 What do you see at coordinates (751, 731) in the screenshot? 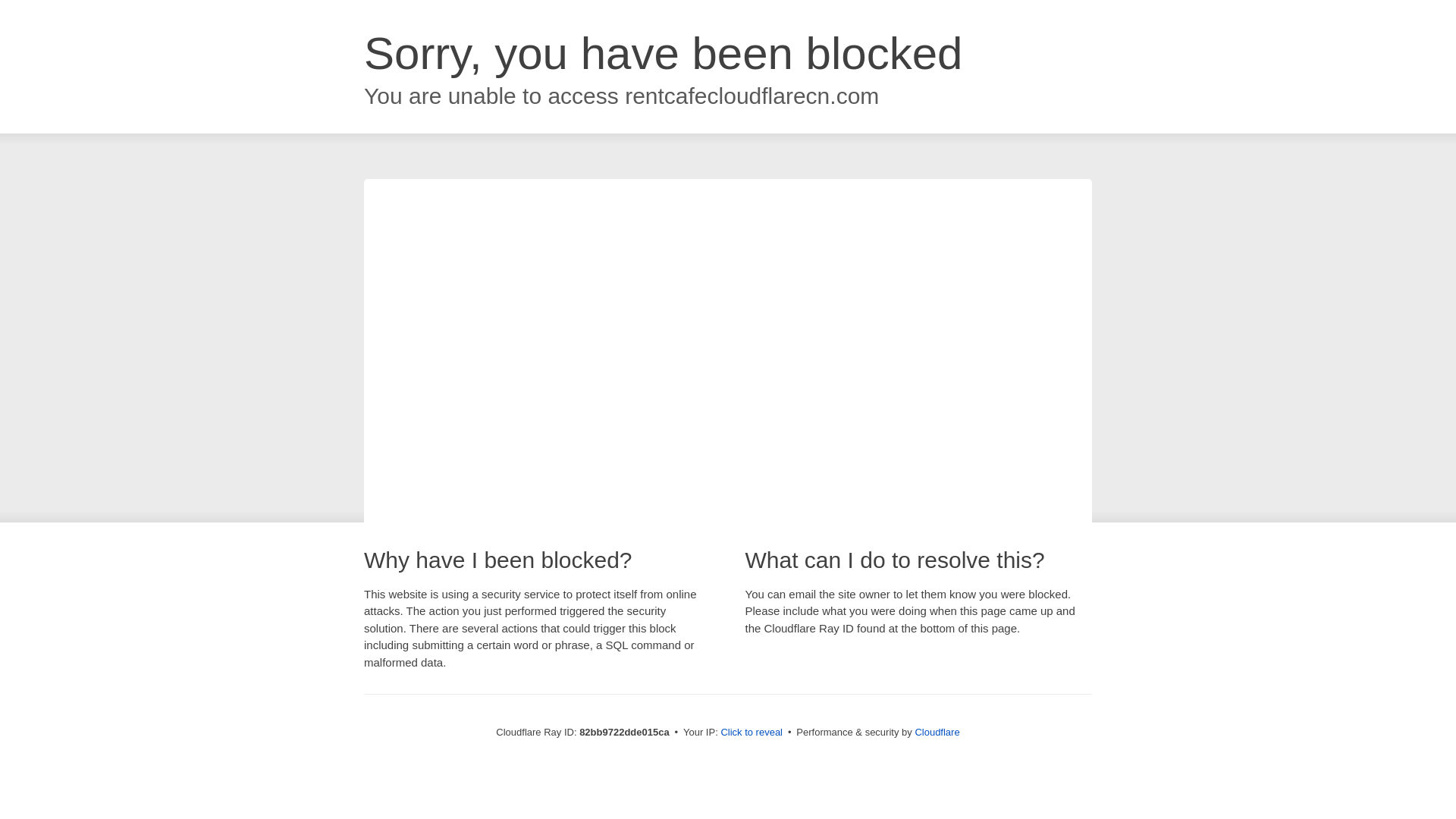
I see `'Click to reveal'` at bounding box center [751, 731].